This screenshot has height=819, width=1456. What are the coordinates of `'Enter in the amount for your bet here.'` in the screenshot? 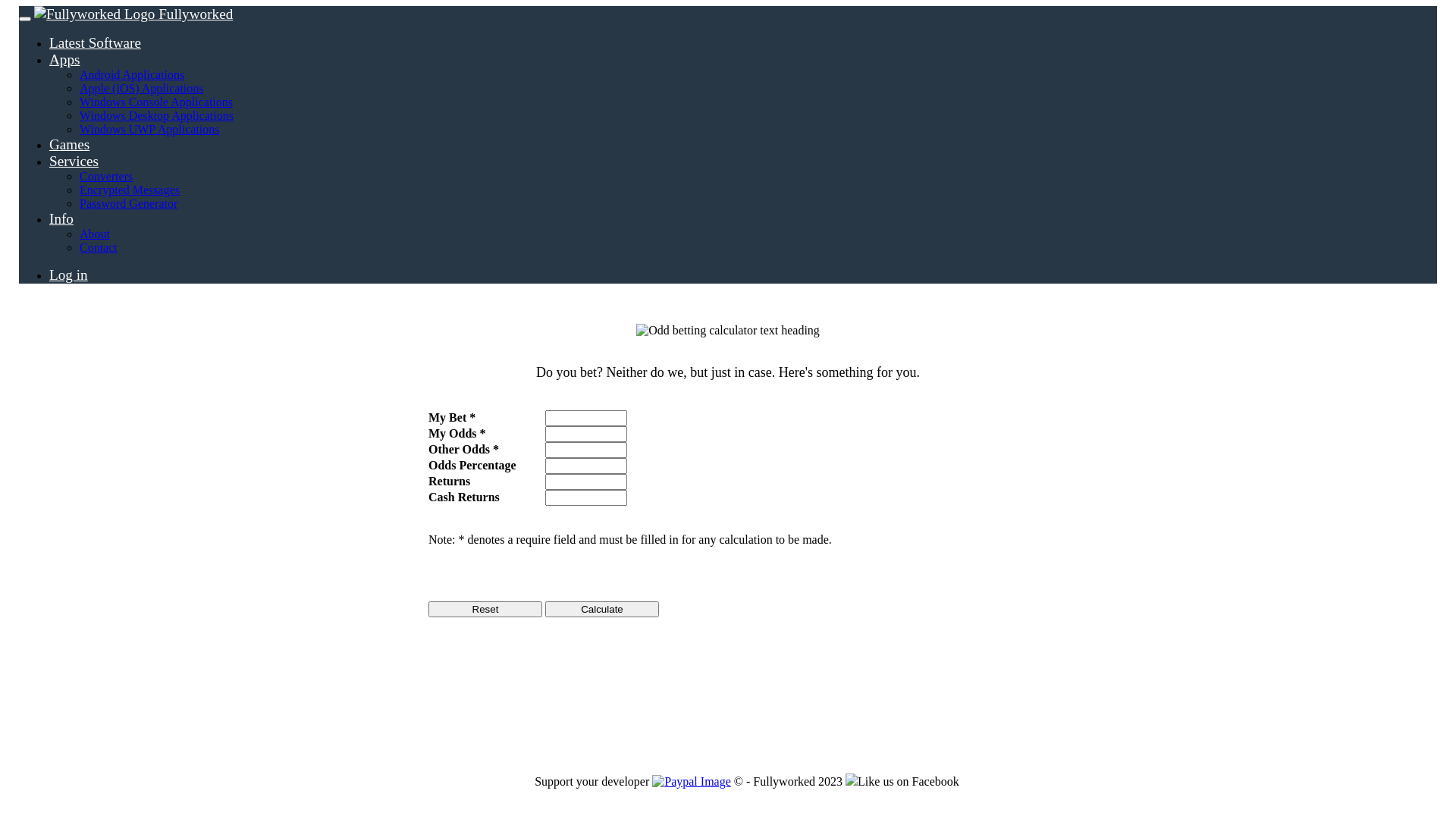 It's located at (585, 418).